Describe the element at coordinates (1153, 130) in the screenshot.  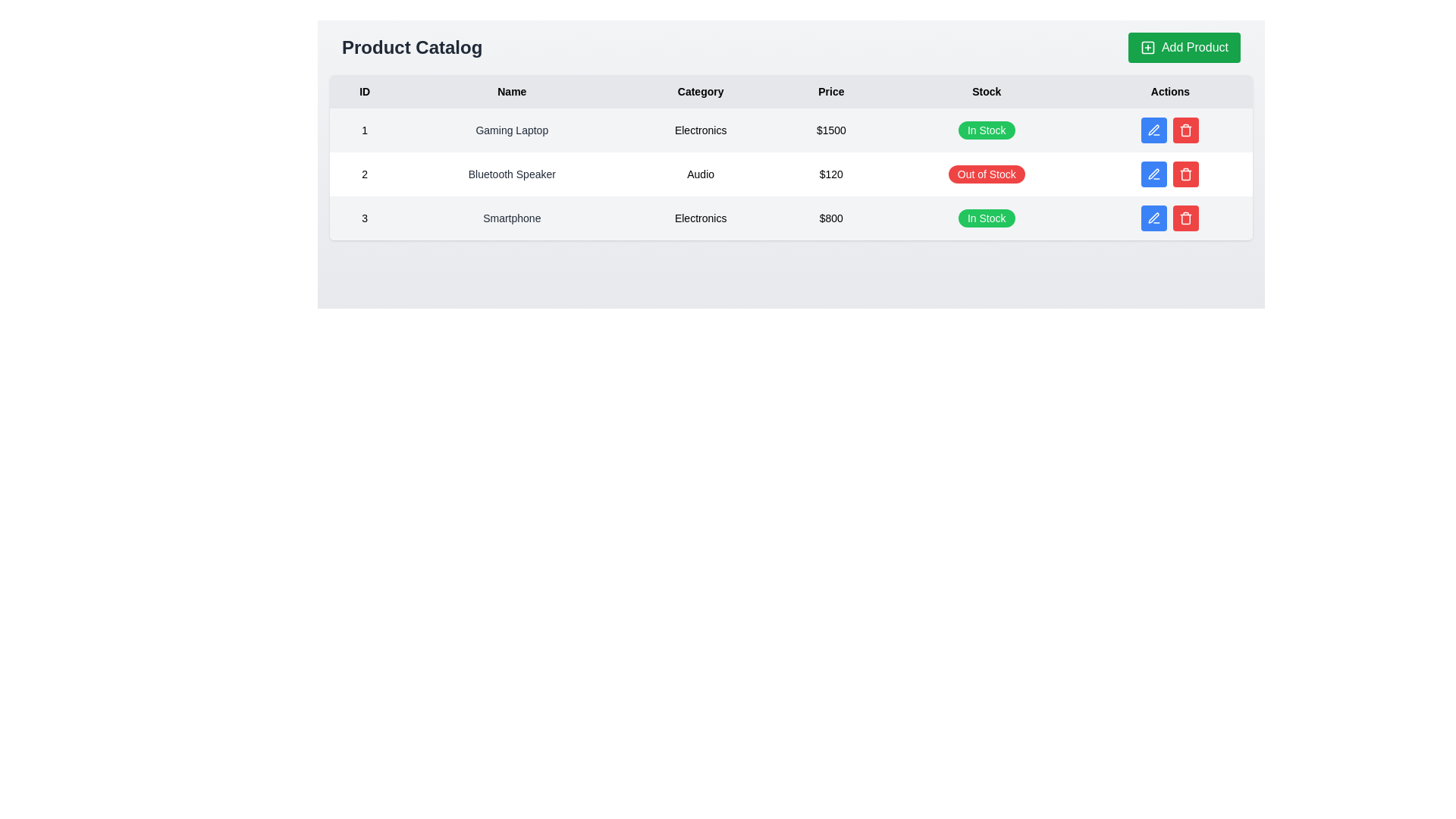
I see `the 'Edit' button with icon in the 'Actions' column of the second row to change its color for visual feedback` at that location.